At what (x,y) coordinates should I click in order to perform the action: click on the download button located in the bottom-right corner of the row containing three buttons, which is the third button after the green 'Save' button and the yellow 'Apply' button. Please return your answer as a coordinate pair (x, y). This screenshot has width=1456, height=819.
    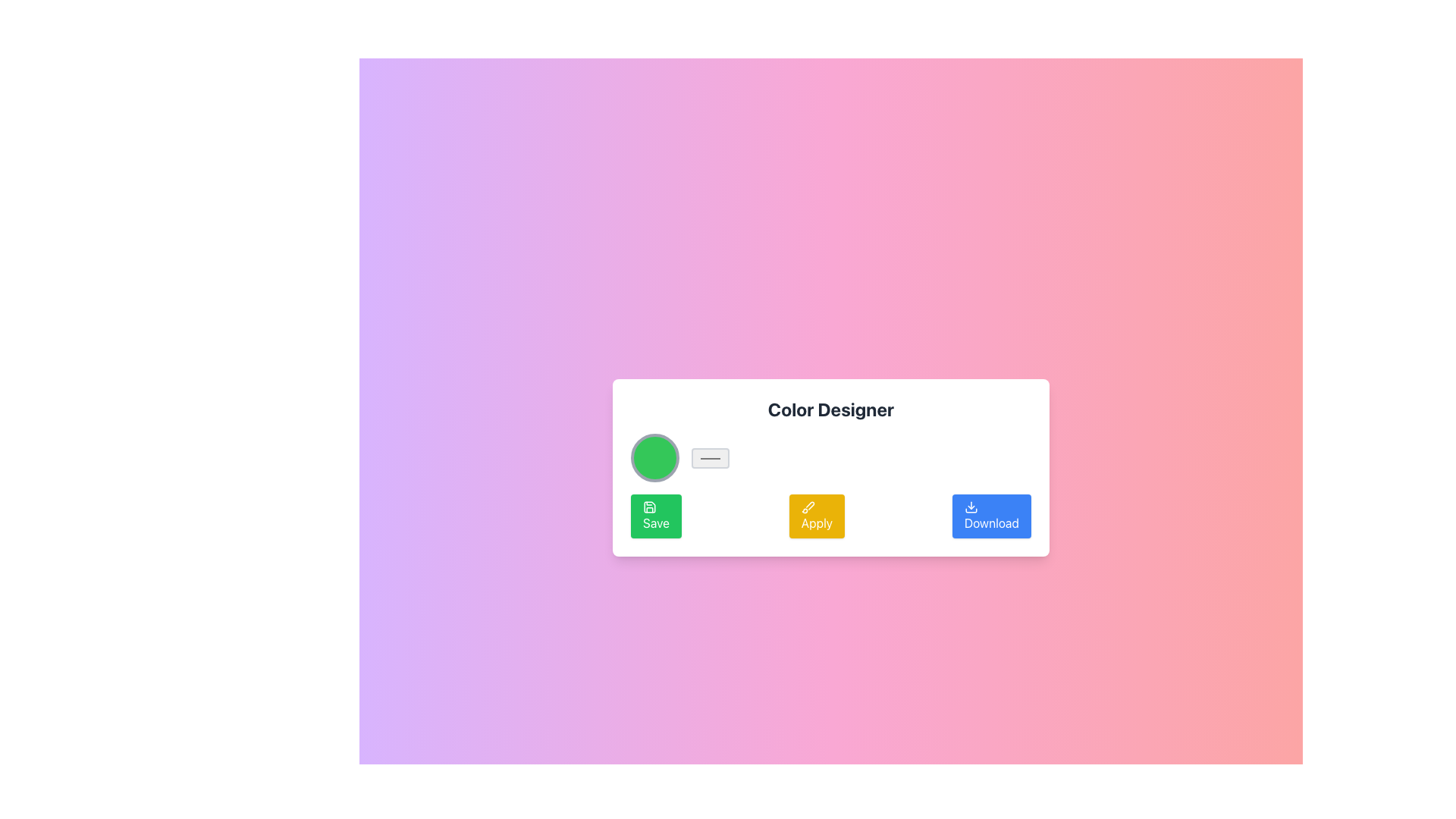
    Looking at the image, I should click on (991, 516).